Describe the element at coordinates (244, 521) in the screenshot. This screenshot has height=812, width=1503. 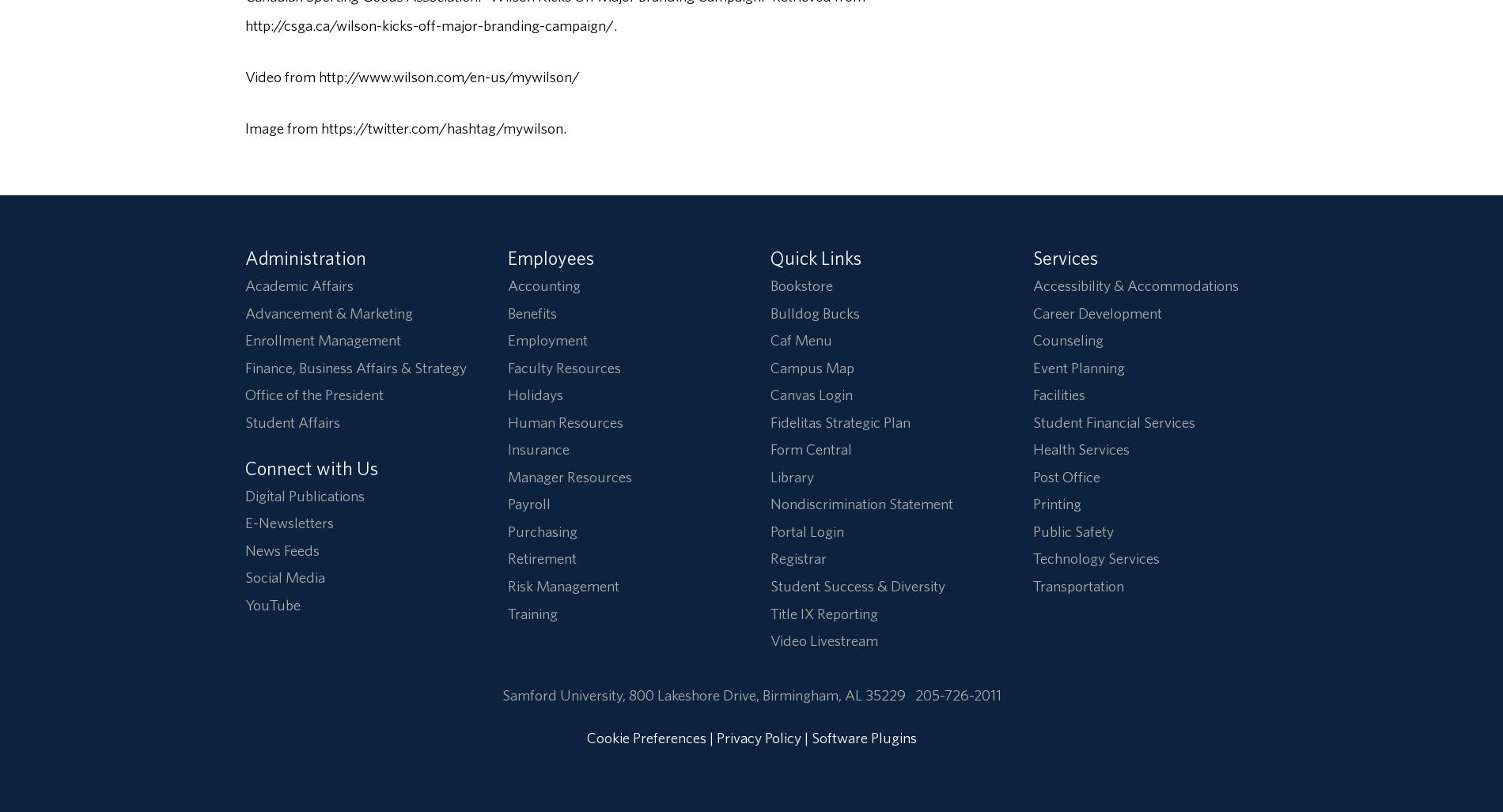
I see `'E-Newsletters'` at that location.